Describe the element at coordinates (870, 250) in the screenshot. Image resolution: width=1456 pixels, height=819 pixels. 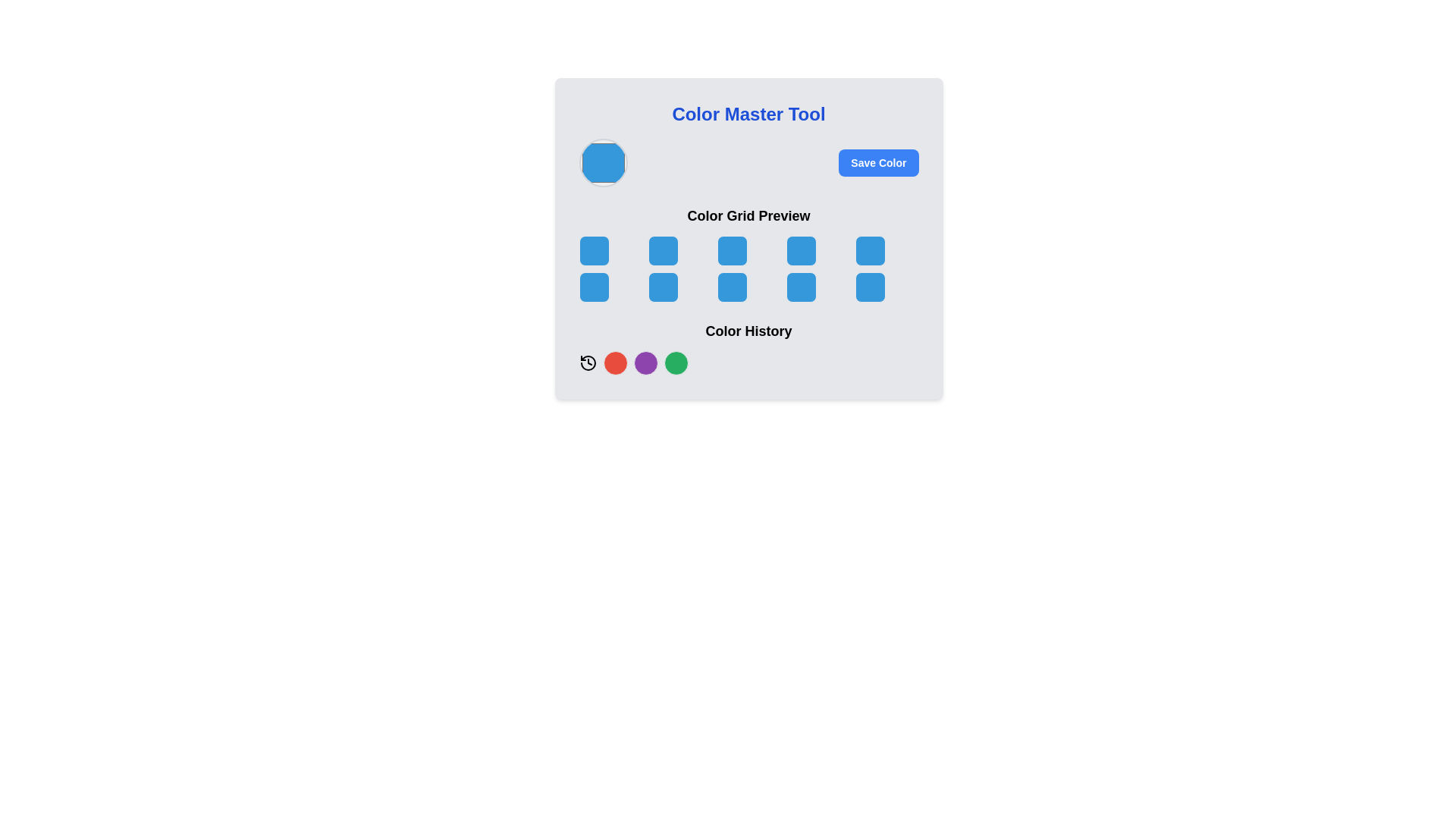
I see `the blue square button with rounded corners, which is the fifth item in the first row of a 5x2 grid layout` at that location.